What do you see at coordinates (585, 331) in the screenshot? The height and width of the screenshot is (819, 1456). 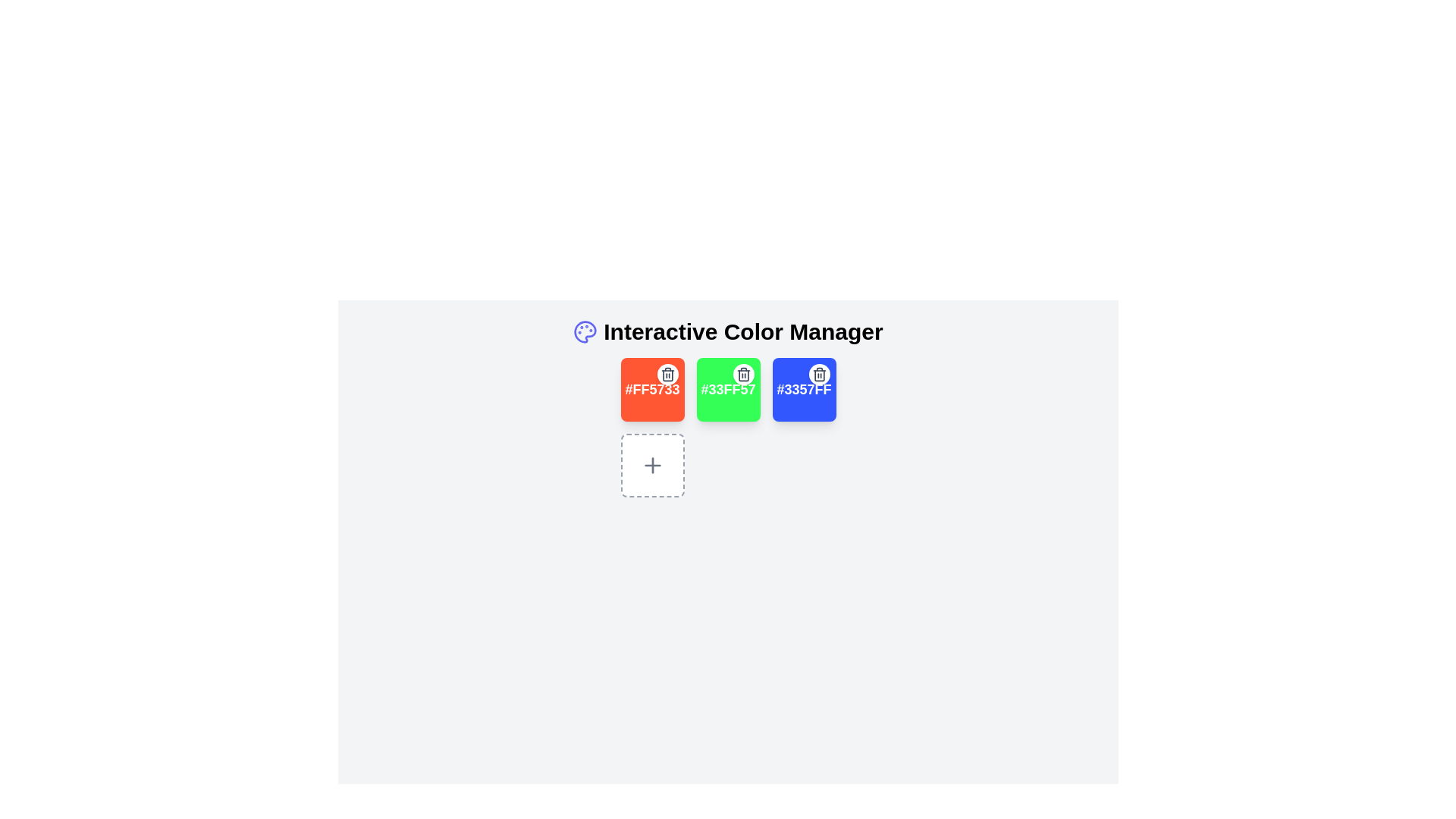 I see `the circular color palette icon located to the left of the 'Interactive Color Manager' header text` at bounding box center [585, 331].